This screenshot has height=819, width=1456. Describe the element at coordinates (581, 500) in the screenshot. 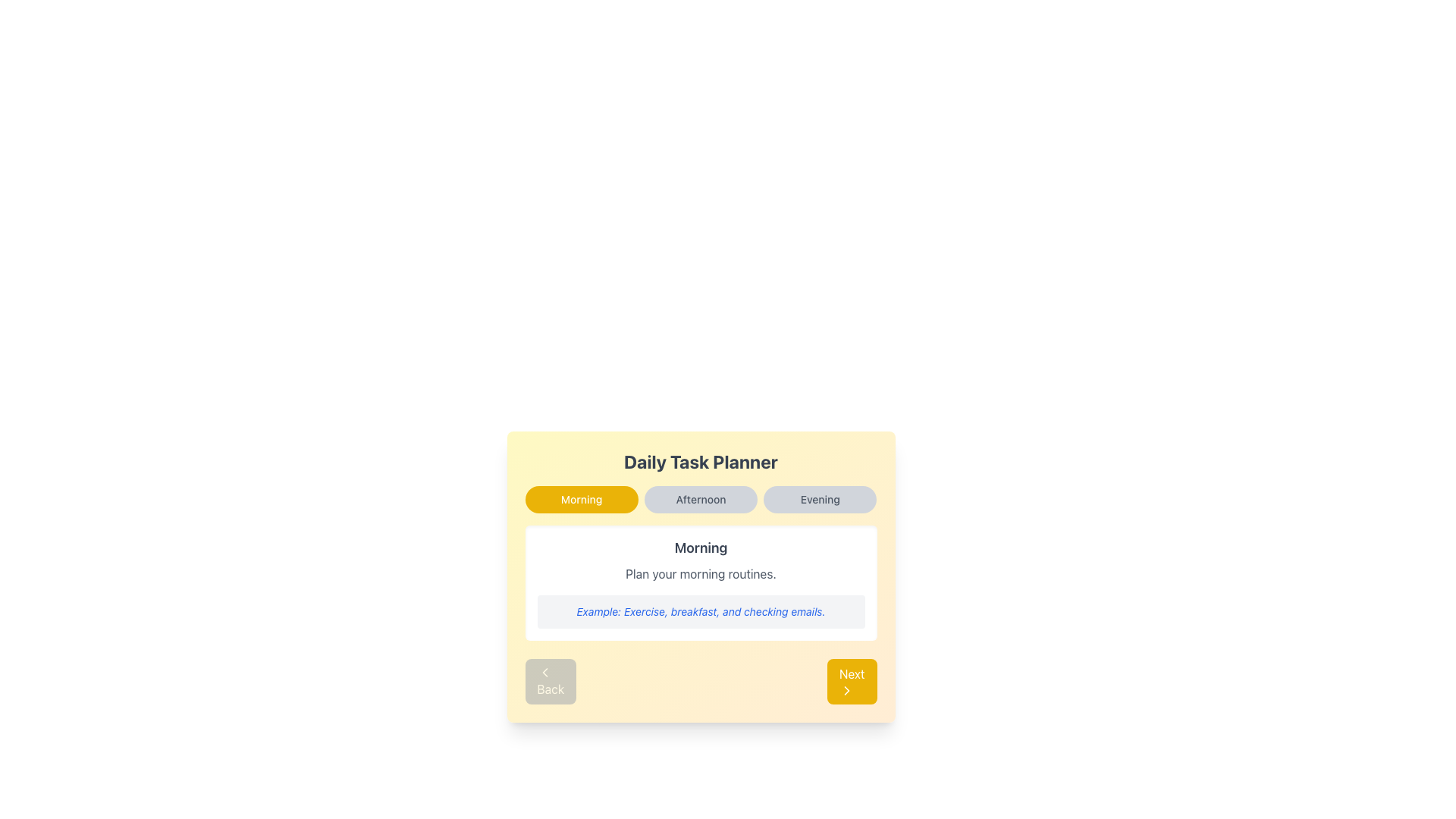

I see `the 'Morning' button, which has a yellow background and rounded corners` at that location.